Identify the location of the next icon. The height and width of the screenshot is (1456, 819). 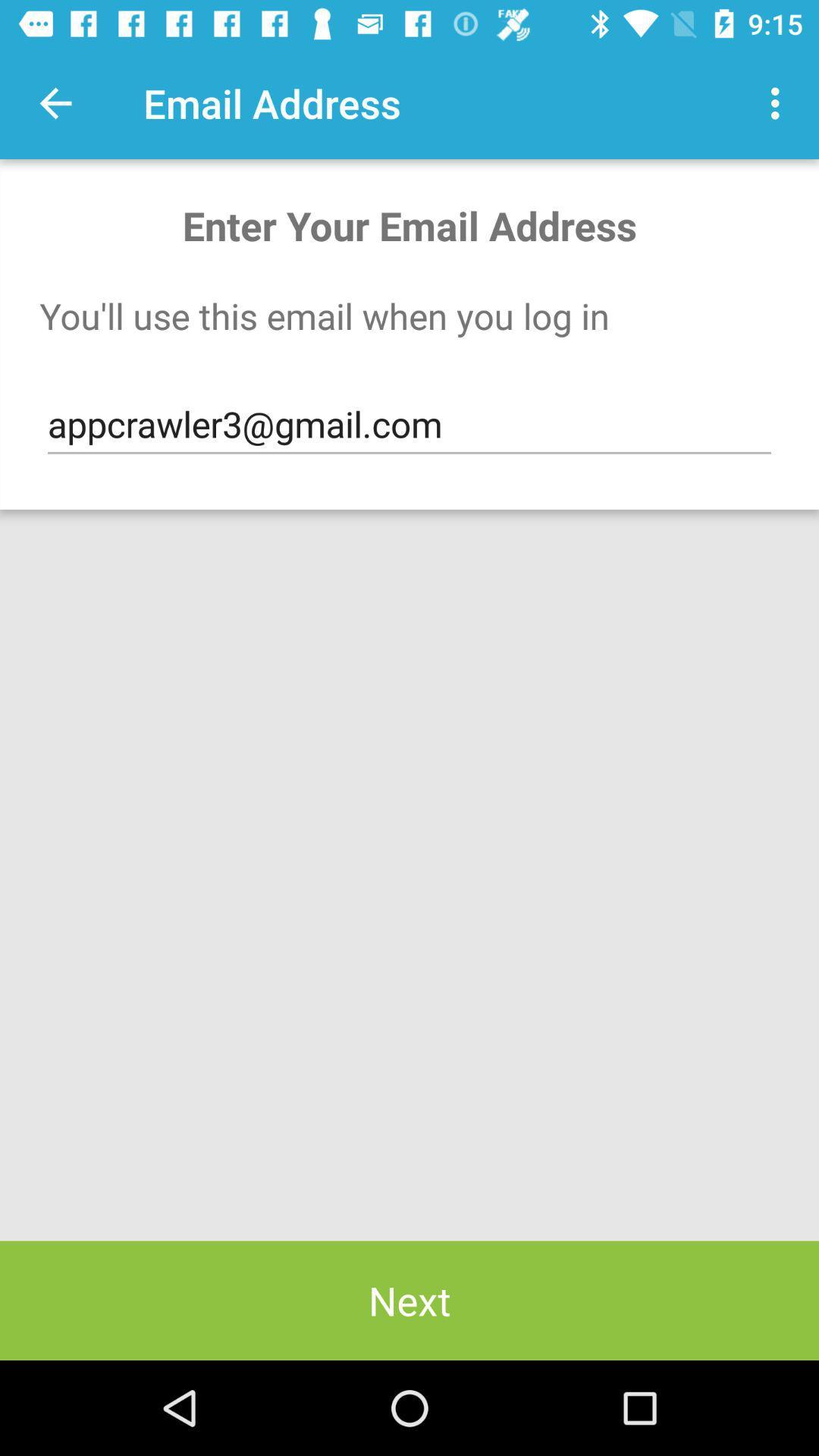
(409, 1300).